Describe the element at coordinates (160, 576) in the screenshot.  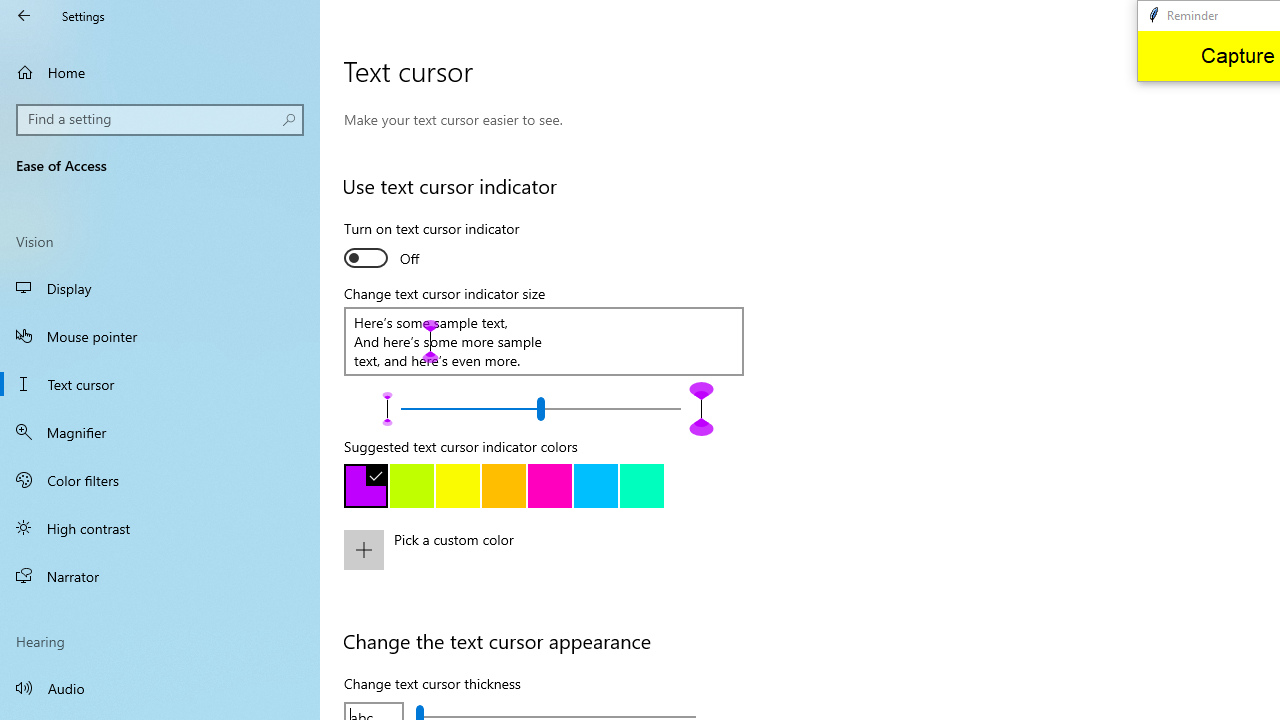
I see `'Narrator'` at that location.